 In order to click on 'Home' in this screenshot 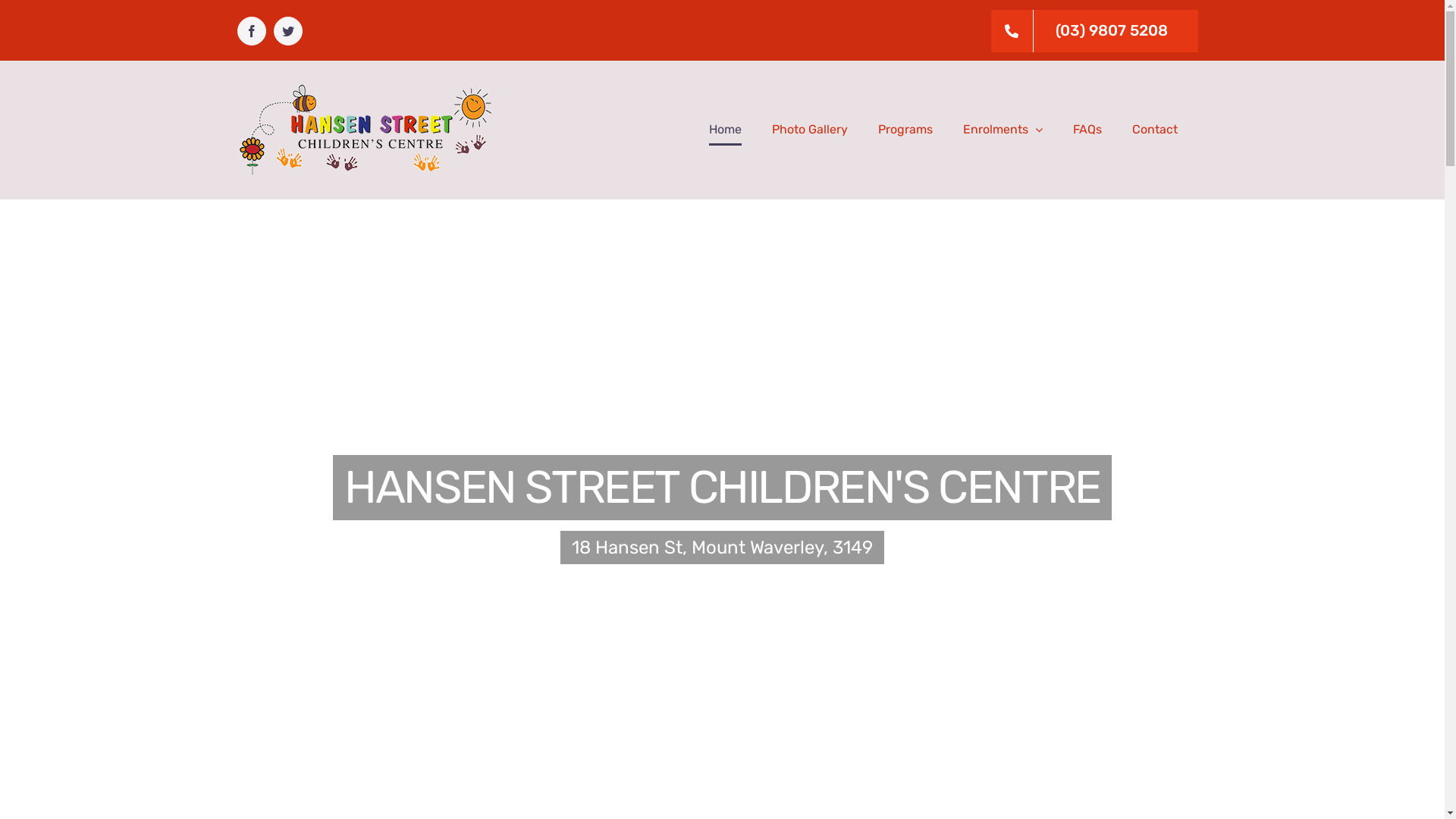, I will do `click(723, 128)`.